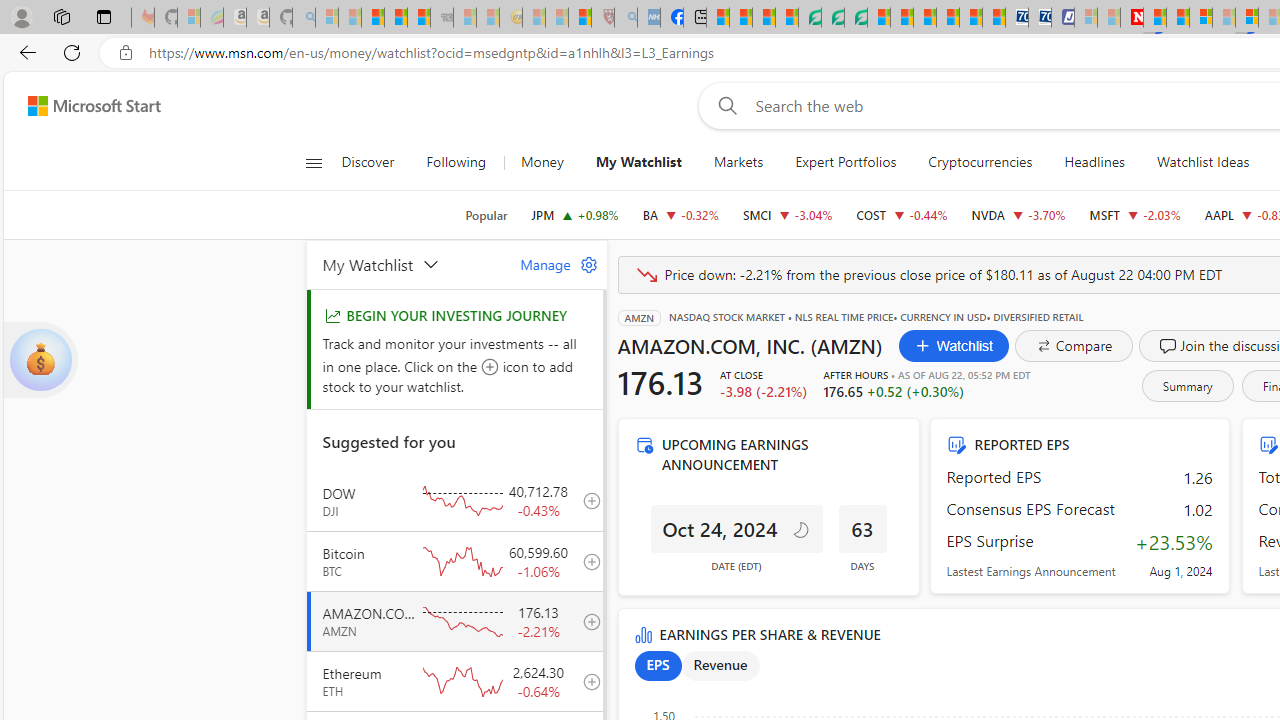  What do you see at coordinates (1018, 214) in the screenshot?
I see `'NVDA NVIDIA CORPORATION decrease 123.74 -4.76 -3.70%'` at bounding box center [1018, 214].